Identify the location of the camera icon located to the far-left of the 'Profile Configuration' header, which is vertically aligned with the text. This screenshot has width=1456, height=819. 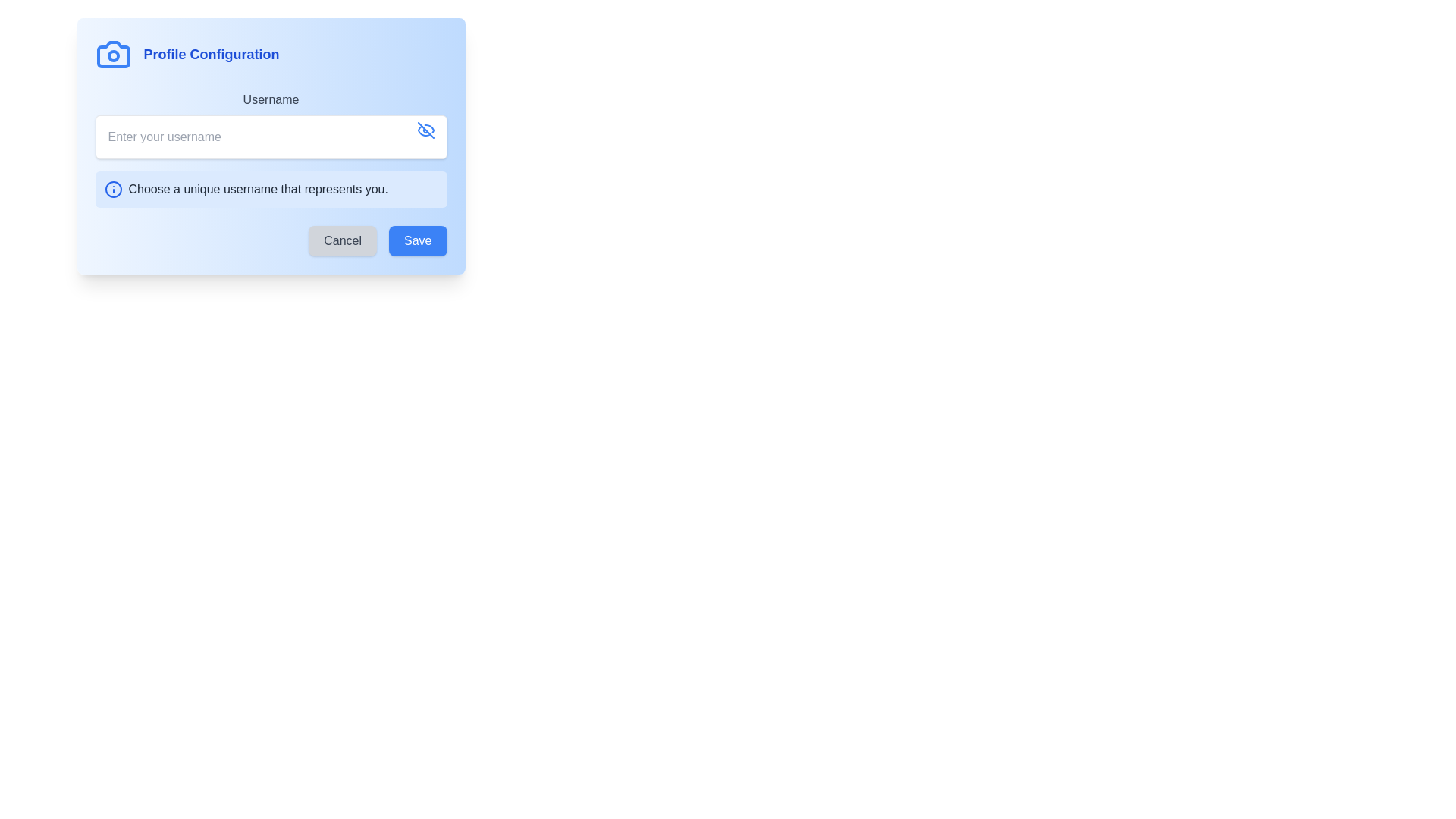
(112, 54).